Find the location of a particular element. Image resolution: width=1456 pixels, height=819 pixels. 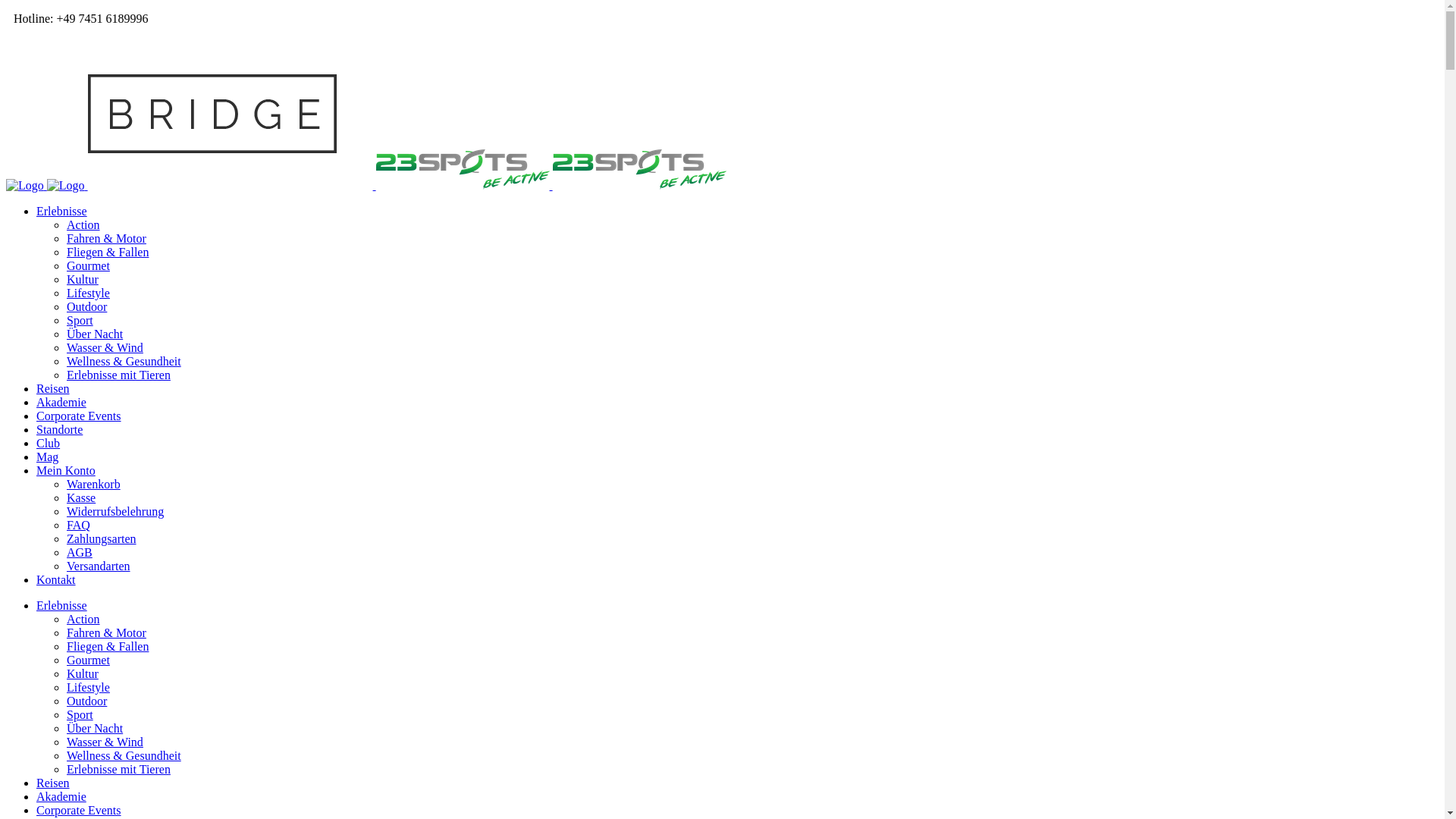

'AGB' is located at coordinates (79, 552).